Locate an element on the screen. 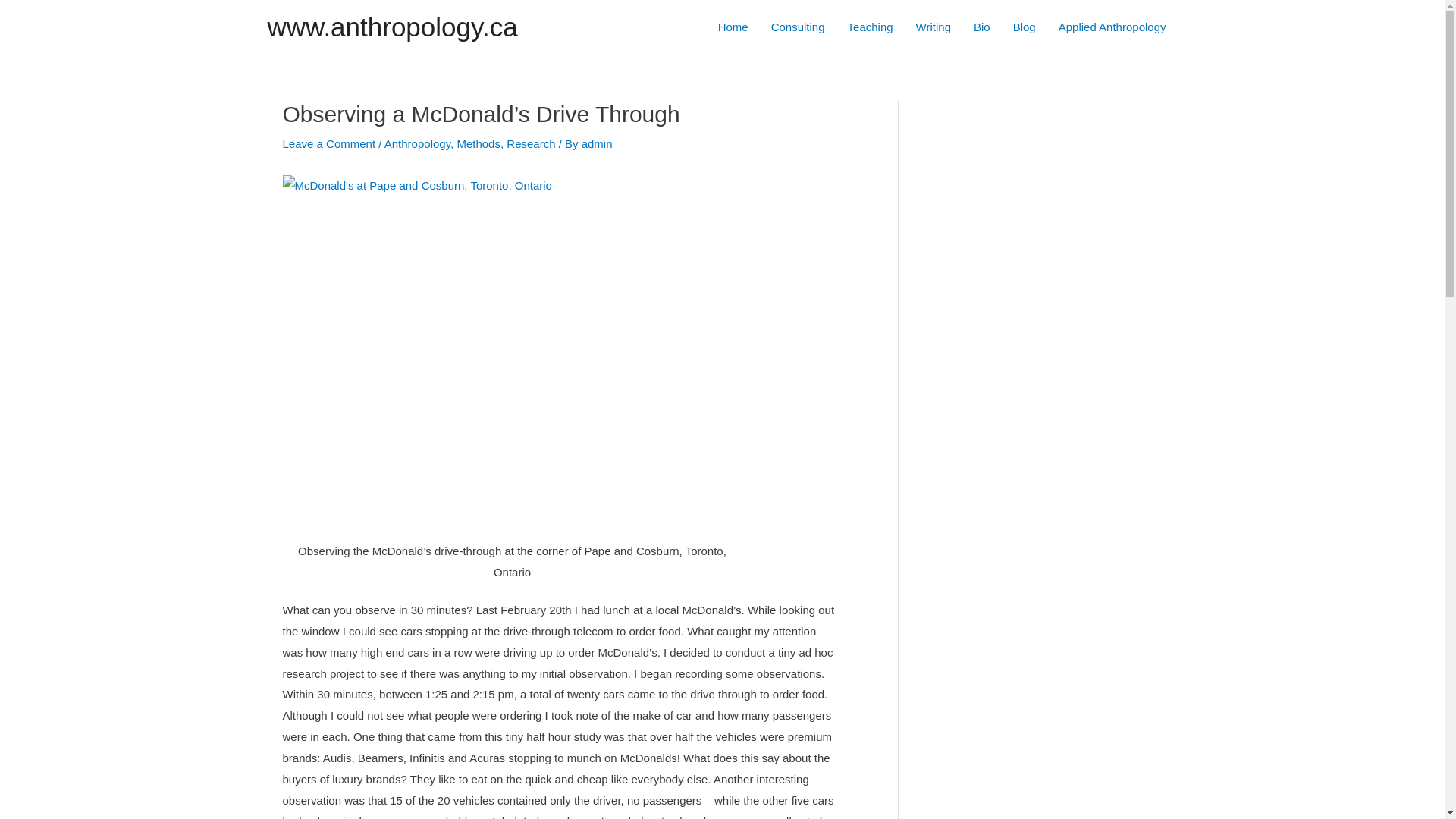  'Research' is located at coordinates (531, 143).